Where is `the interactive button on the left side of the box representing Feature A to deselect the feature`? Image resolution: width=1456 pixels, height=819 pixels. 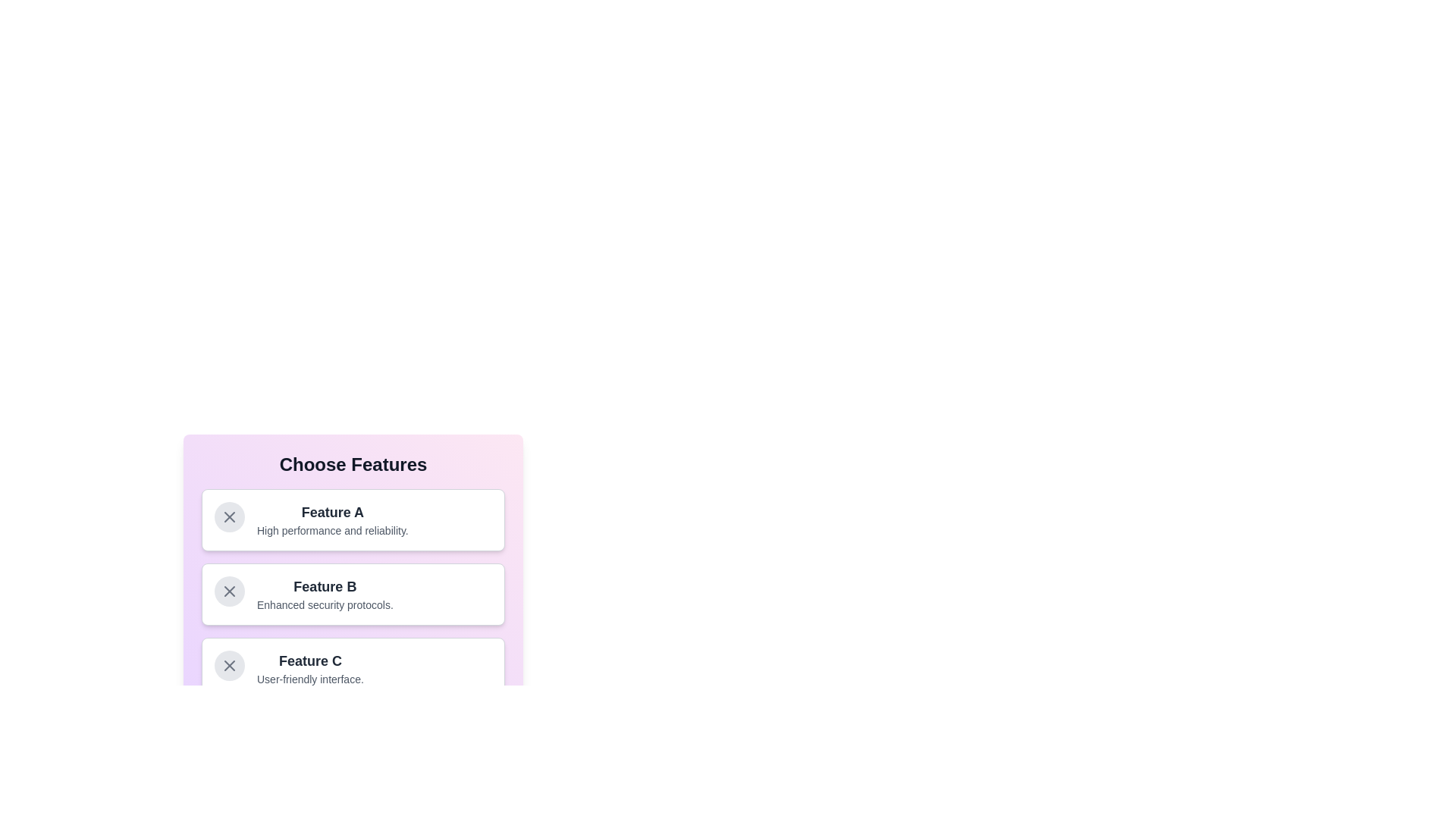
the interactive button on the left side of the box representing Feature A to deselect the feature is located at coordinates (228, 516).